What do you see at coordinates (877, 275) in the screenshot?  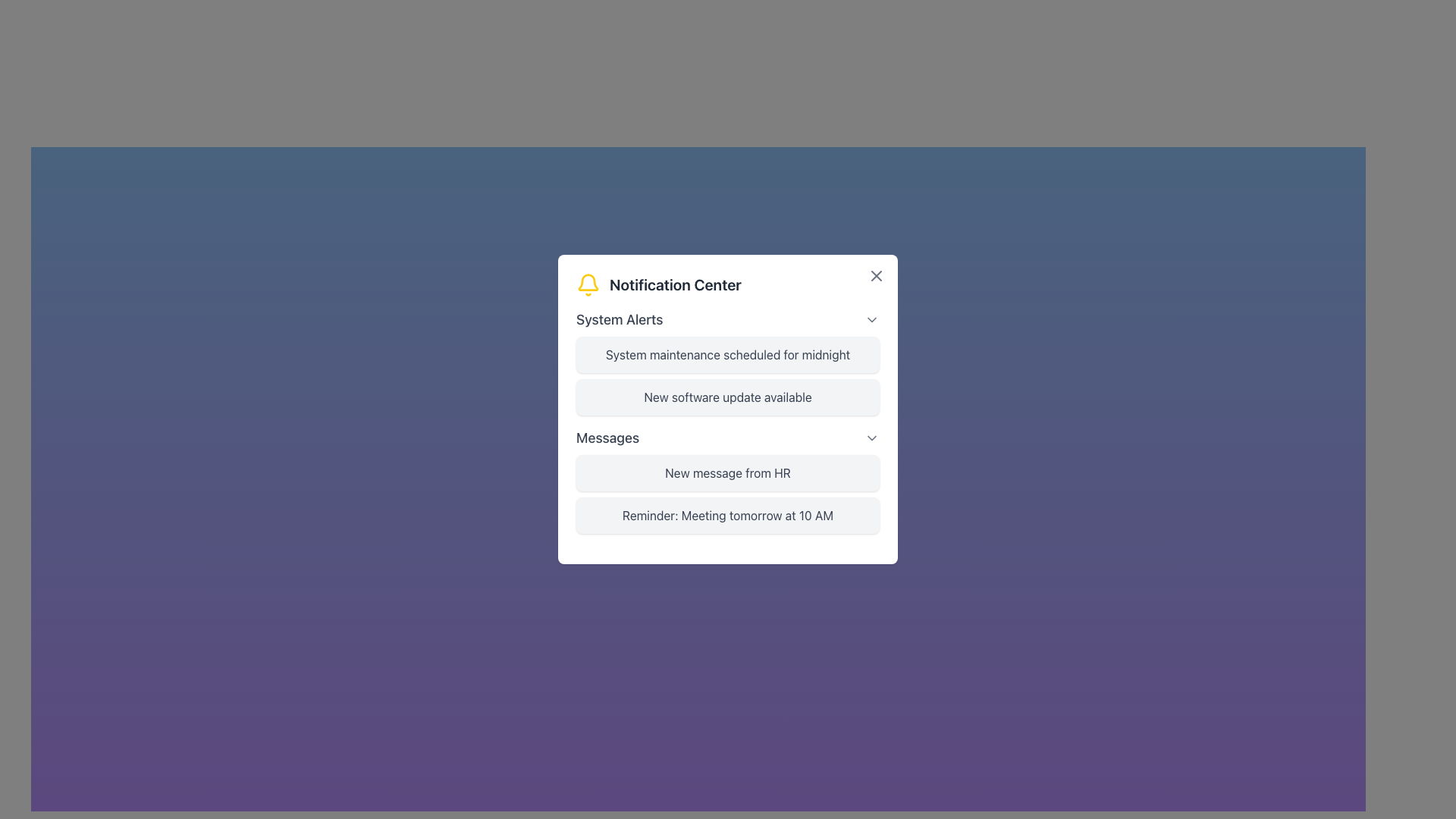 I see `the close button located at the top-right corner of the 'Notification Center' modal` at bounding box center [877, 275].